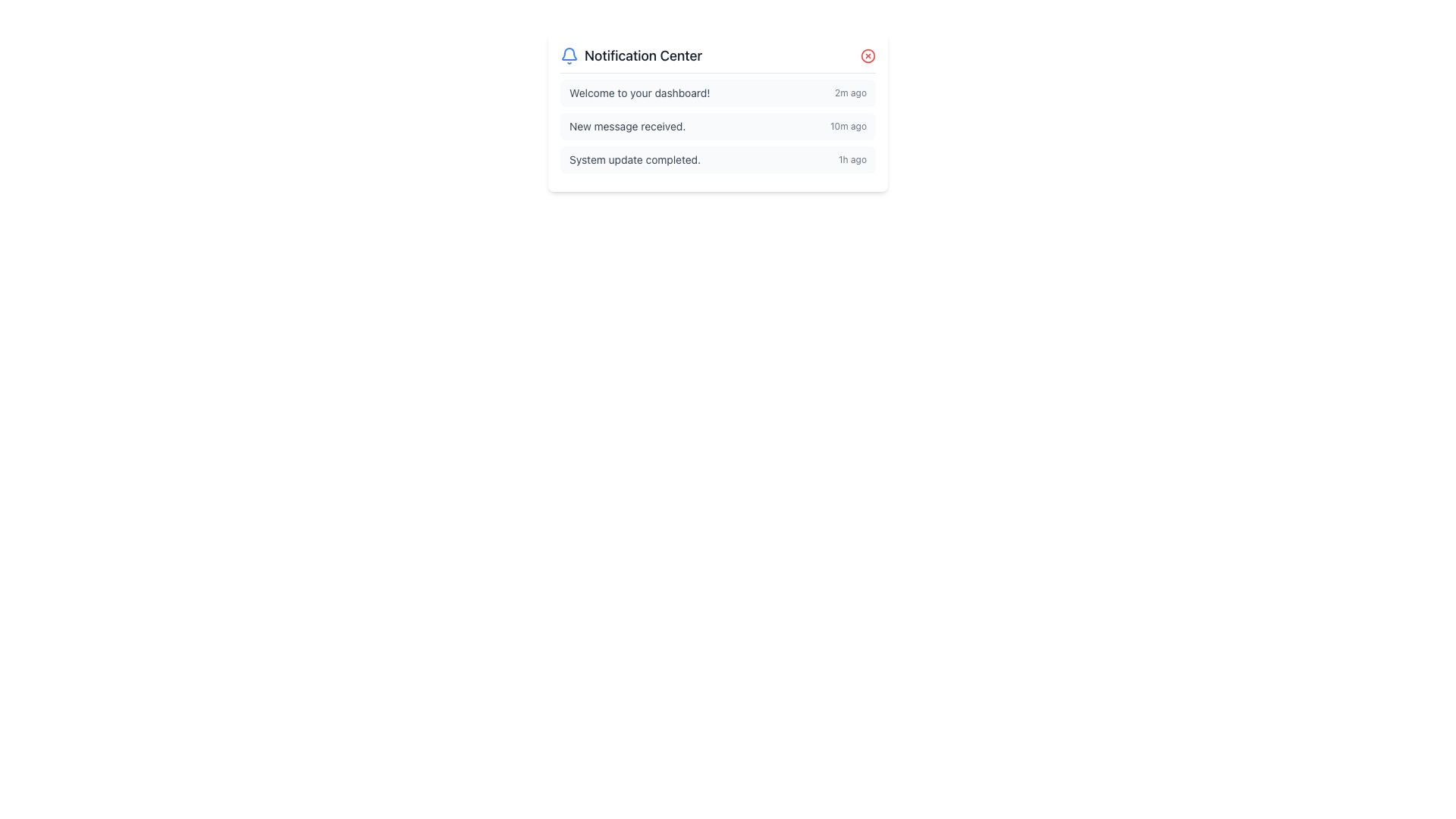 The width and height of the screenshot is (1456, 819). What do you see at coordinates (717, 125) in the screenshot?
I see `the second notification item in the notification list to read the details, which contains the message 'New message received.' and the time '10m ago'` at bounding box center [717, 125].